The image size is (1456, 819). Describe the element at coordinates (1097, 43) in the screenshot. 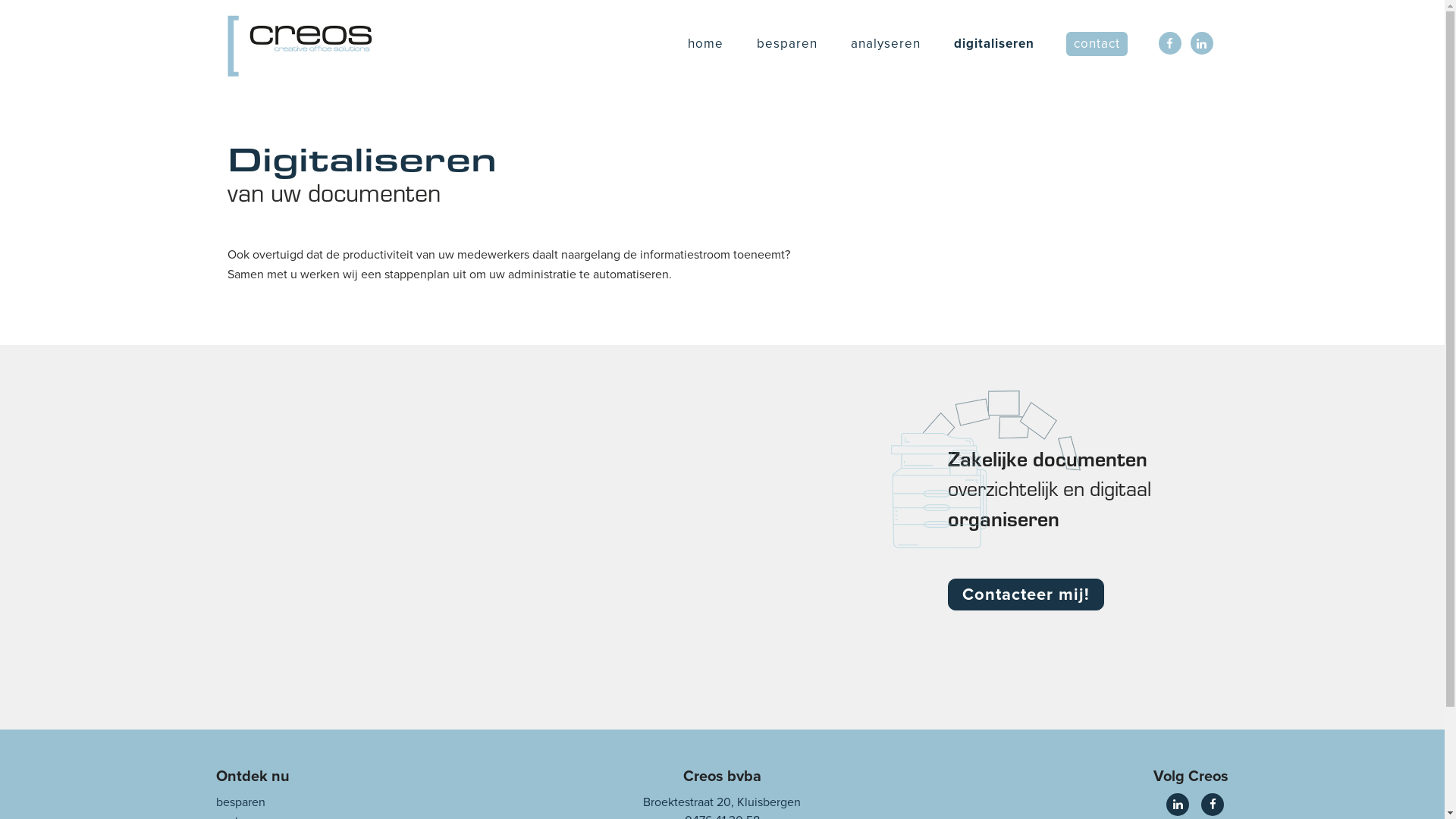

I see `'contact'` at that location.